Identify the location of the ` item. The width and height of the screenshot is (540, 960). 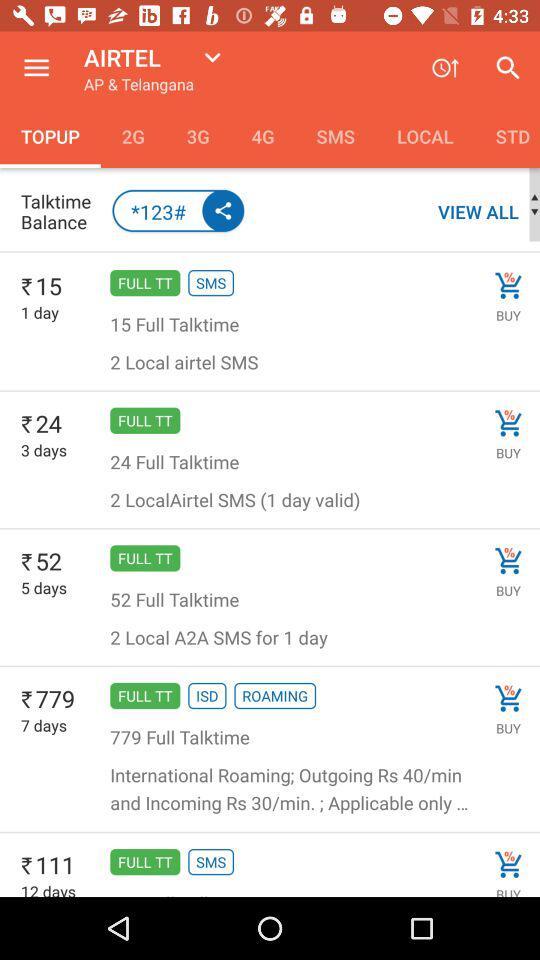
(26, 865).